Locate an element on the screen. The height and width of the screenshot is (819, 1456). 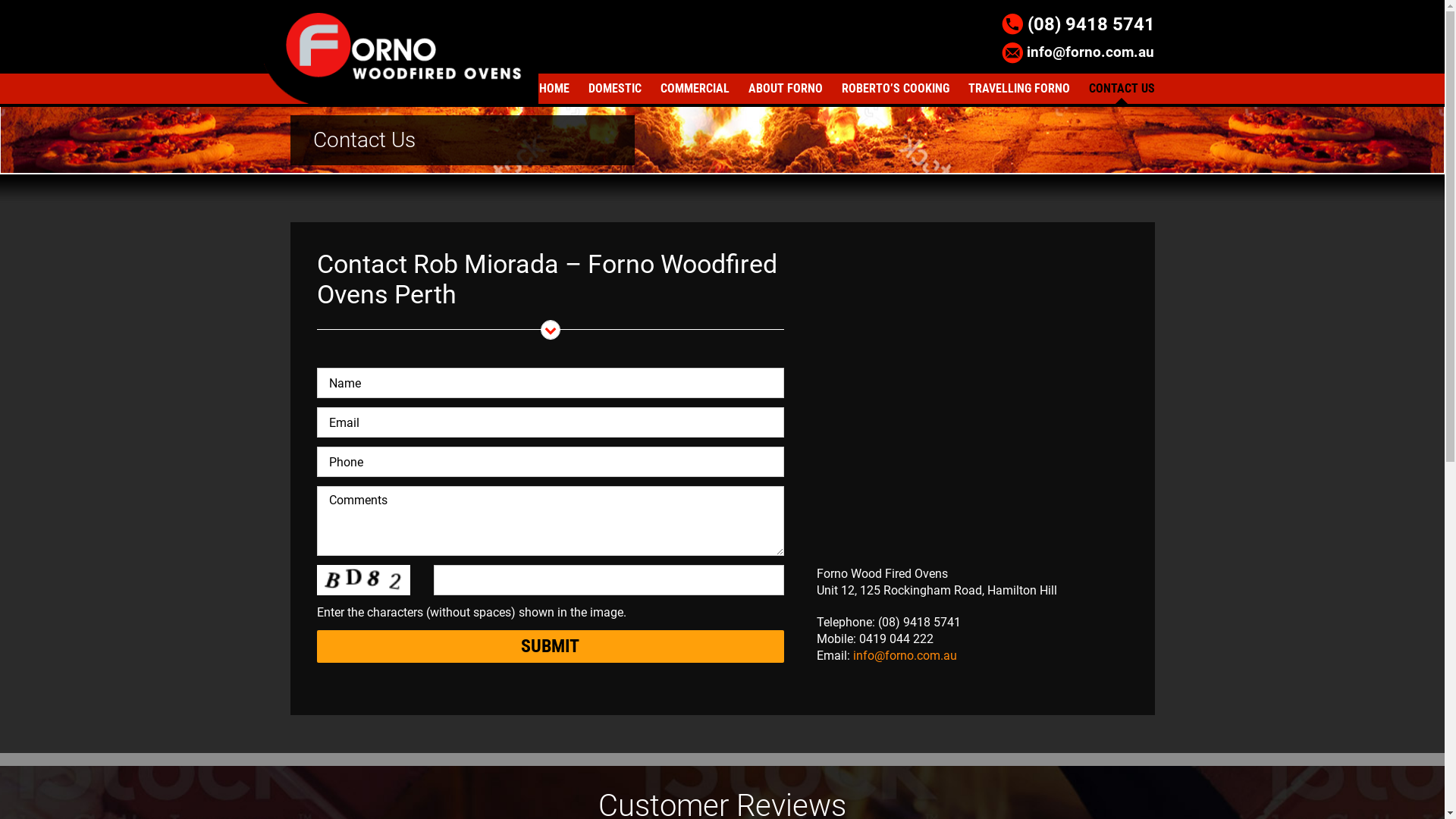
'(08) 9418 5741' is located at coordinates (1001, 24).